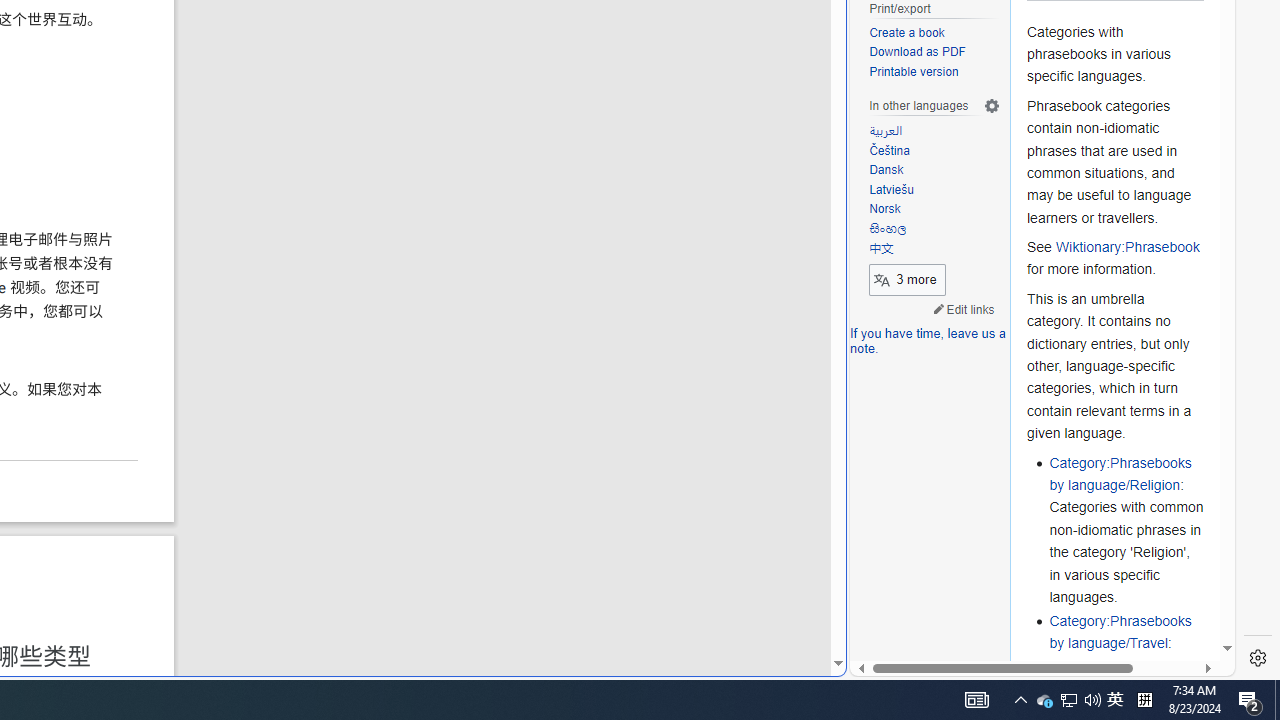 This screenshot has height=720, width=1280. What do you see at coordinates (934, 71) in the screenshot?
I see `'Printable version'` at bounding box center [934, 71].